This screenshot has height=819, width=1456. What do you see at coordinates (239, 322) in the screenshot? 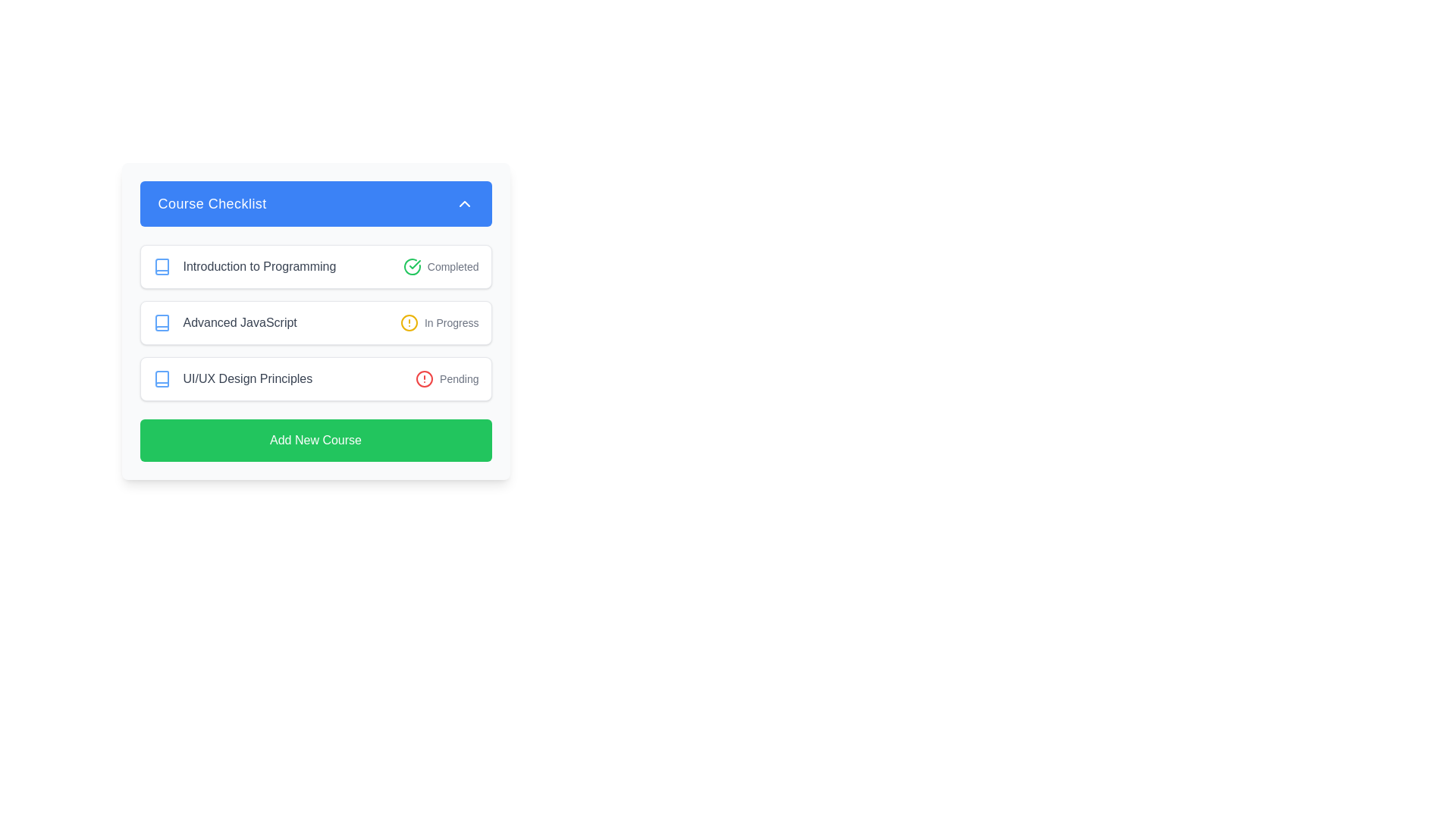
I see `the text label displaying 'Advanced JavaScript' in the checklist interface` at bounding box center [239, 322].